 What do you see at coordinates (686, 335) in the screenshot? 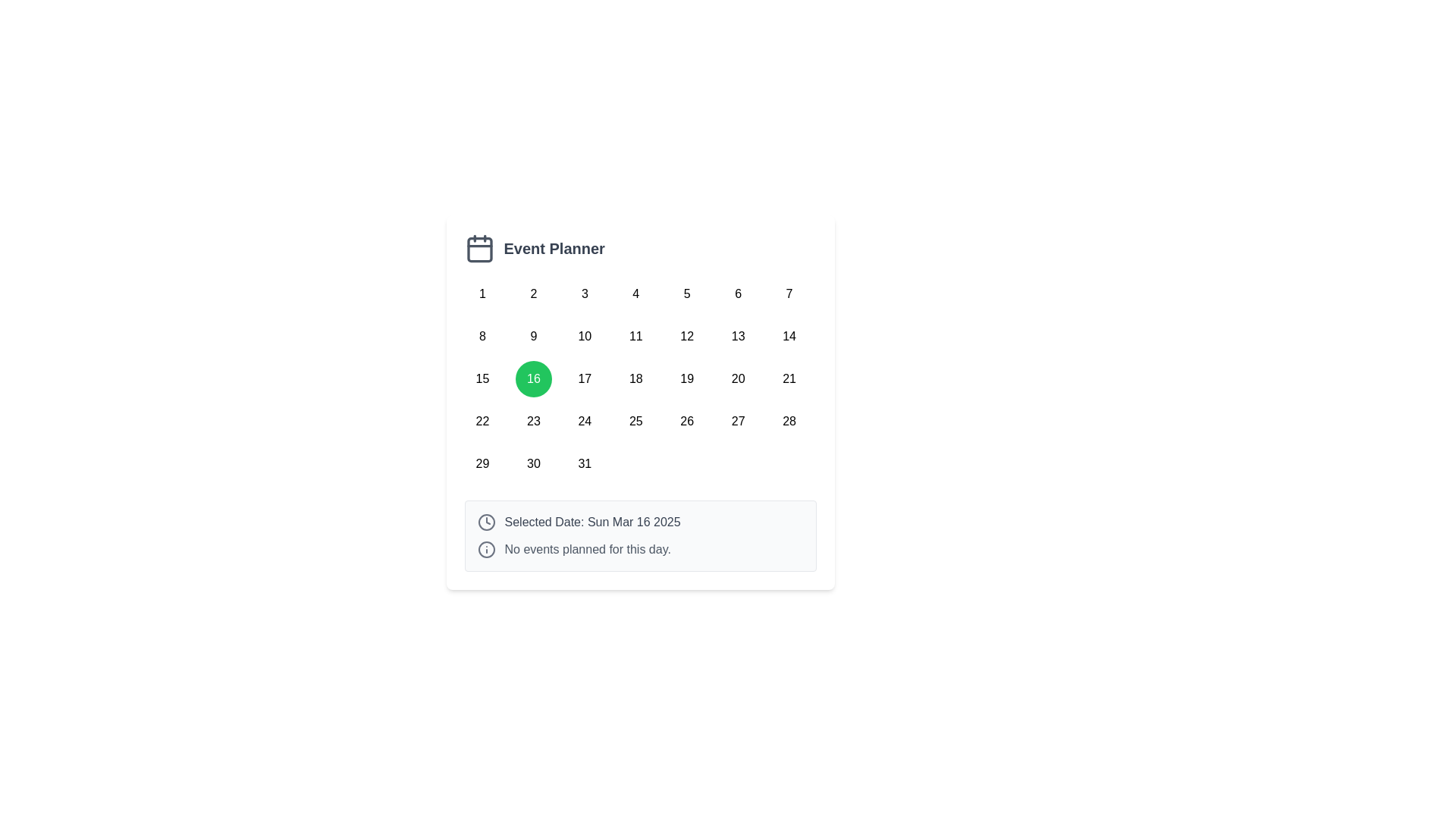
I see `the button representing the 12th day in the calendar interface` at bounding box center [686, 335].